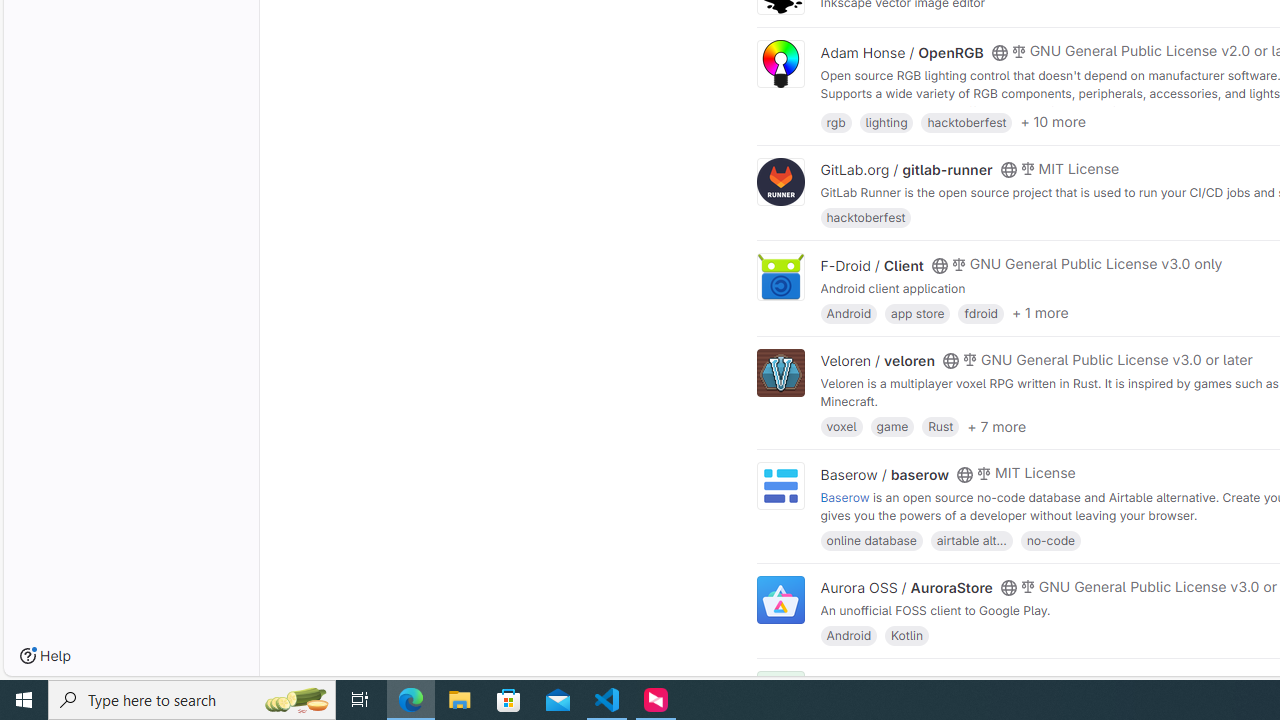  Describe the element at coordinates (916, 312) in the screenshot. I see `'app store'` at that location.